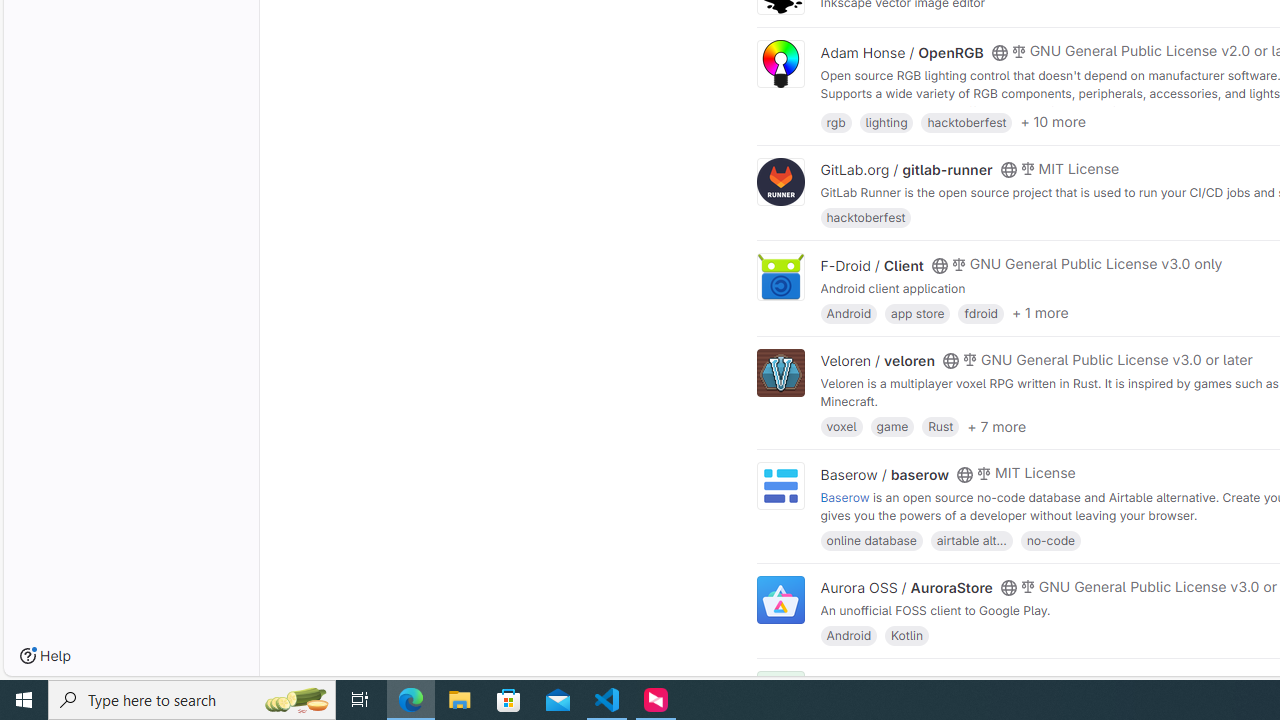  Describe the element at coordinates (916, 312) in the screenshot. I see `'app store'` at that location.